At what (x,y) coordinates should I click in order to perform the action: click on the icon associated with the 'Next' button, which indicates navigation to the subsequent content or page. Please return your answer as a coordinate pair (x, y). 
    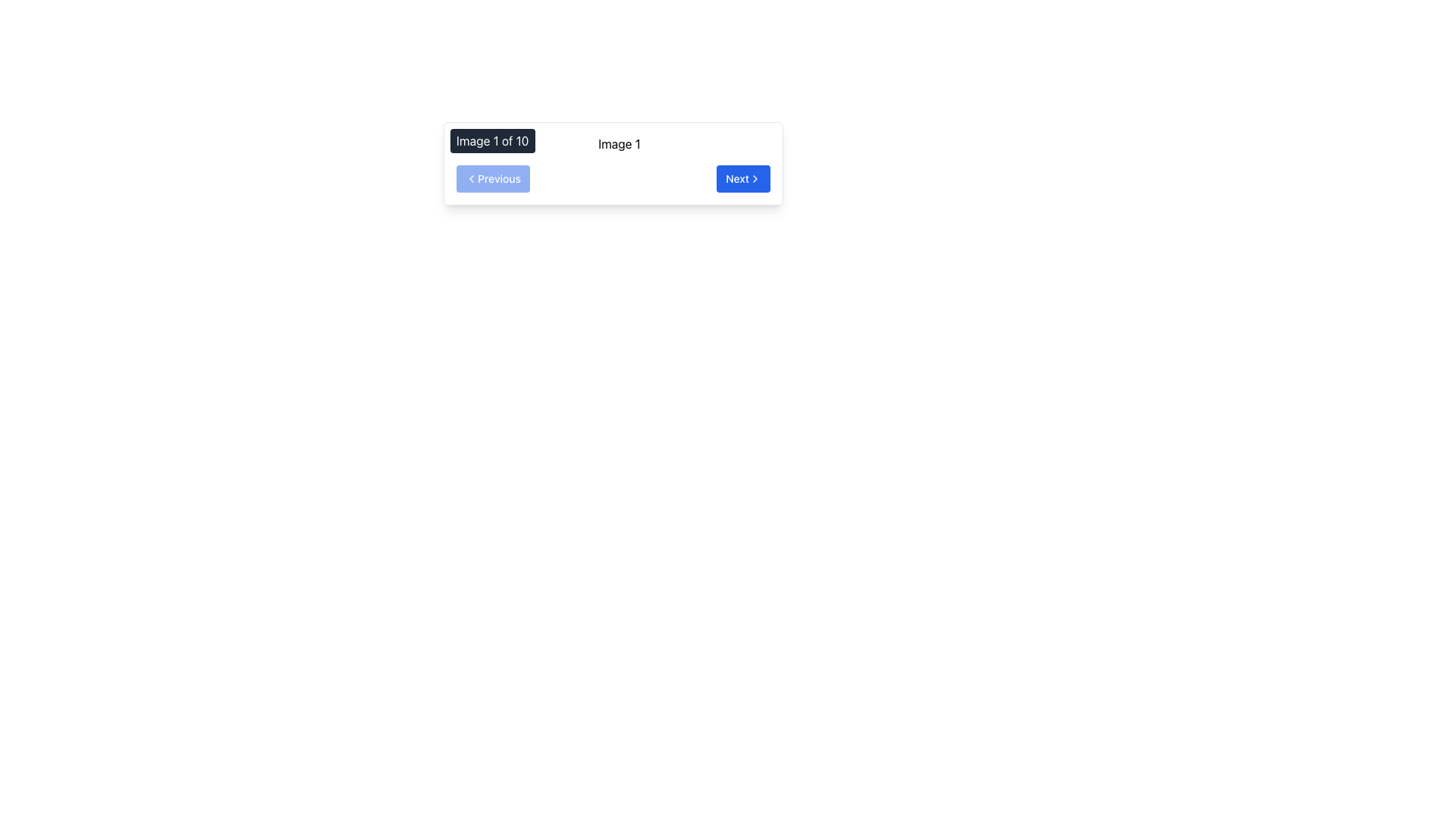
    Looking at the image, I should click on (755, 177).